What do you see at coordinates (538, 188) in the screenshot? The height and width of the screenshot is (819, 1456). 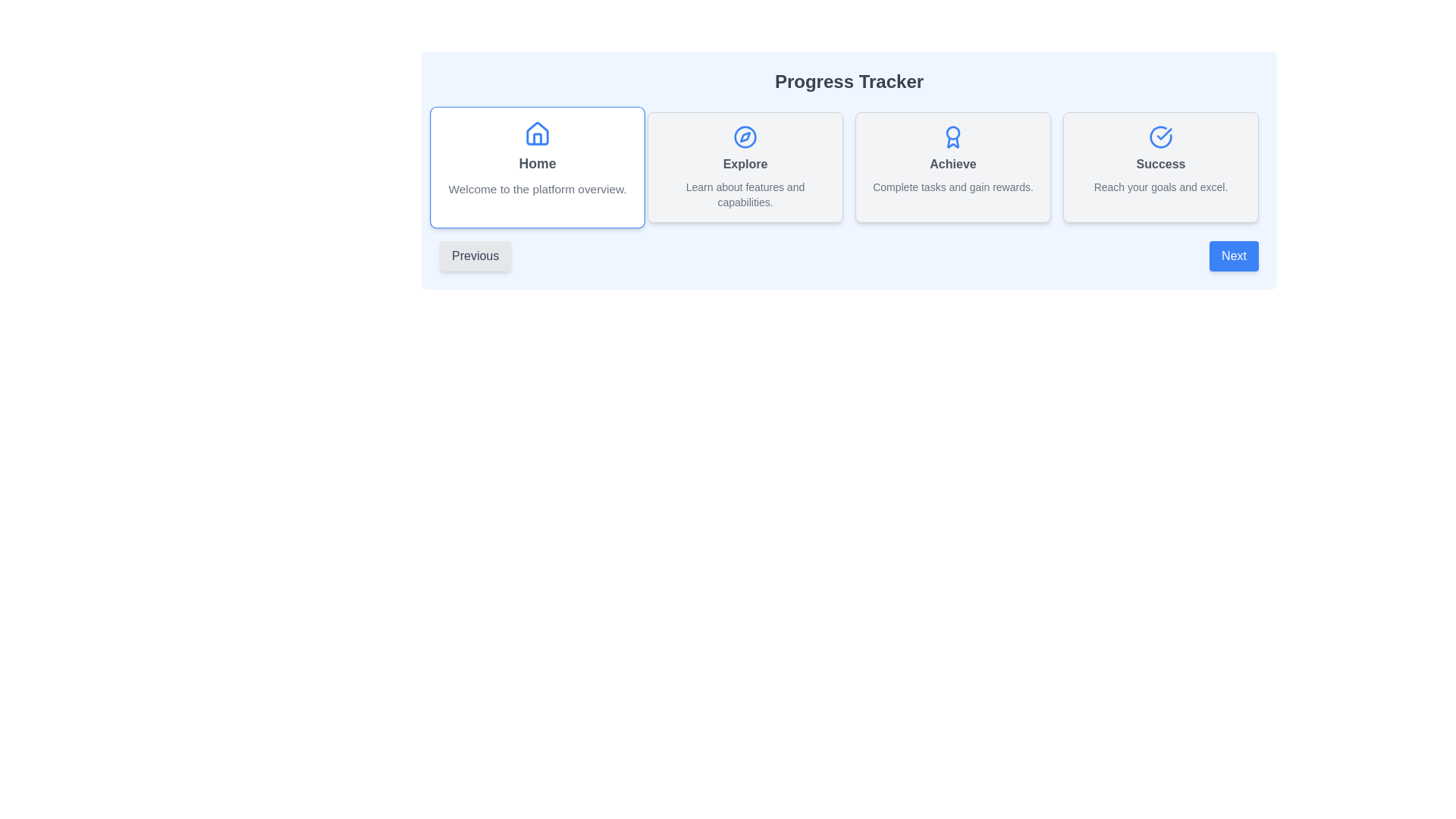 I see `descriptive text label located below the 'Home' section to understand its purpose and content` at bounding box center [538, 188].